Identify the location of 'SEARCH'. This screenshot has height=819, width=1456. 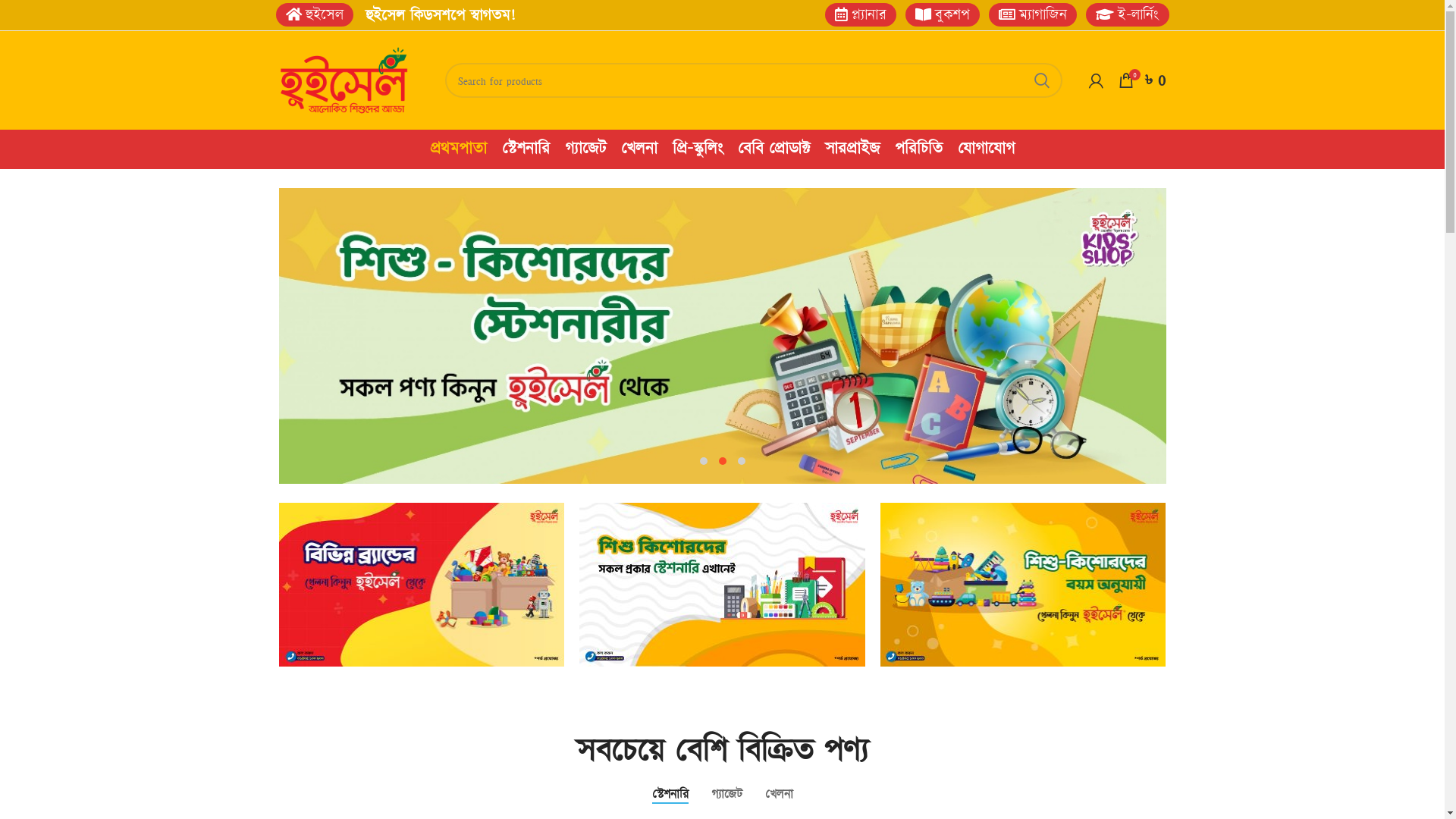
(1040, 80).